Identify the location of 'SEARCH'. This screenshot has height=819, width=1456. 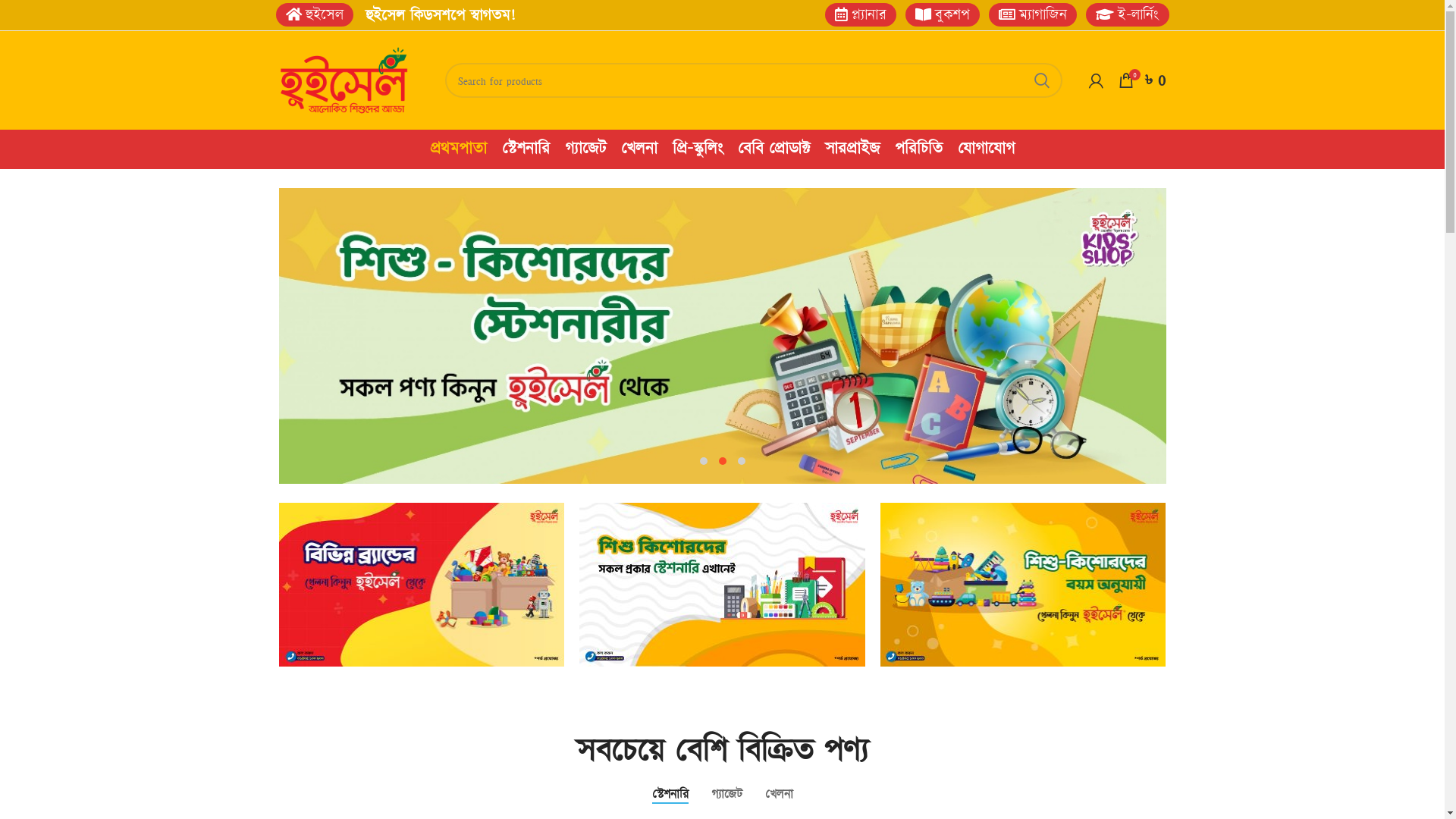
(1040, 80).